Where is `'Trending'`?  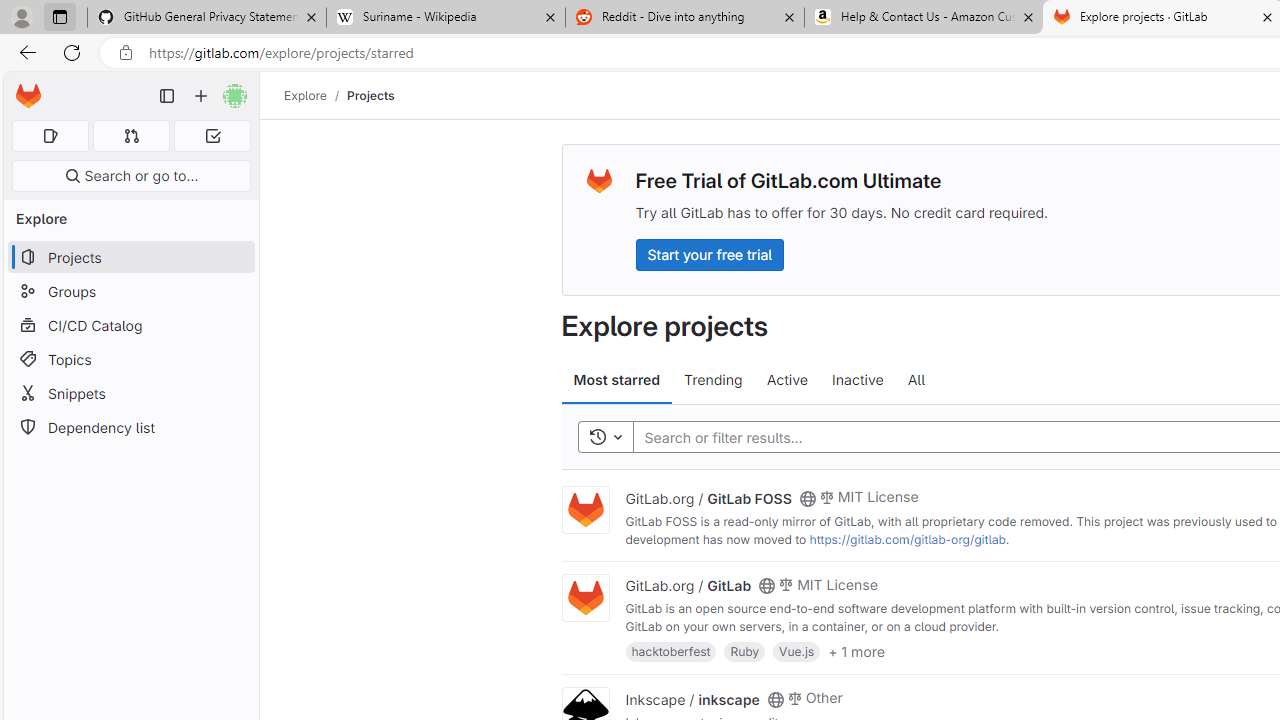 'Trending' is located at coordinates (713, 380).